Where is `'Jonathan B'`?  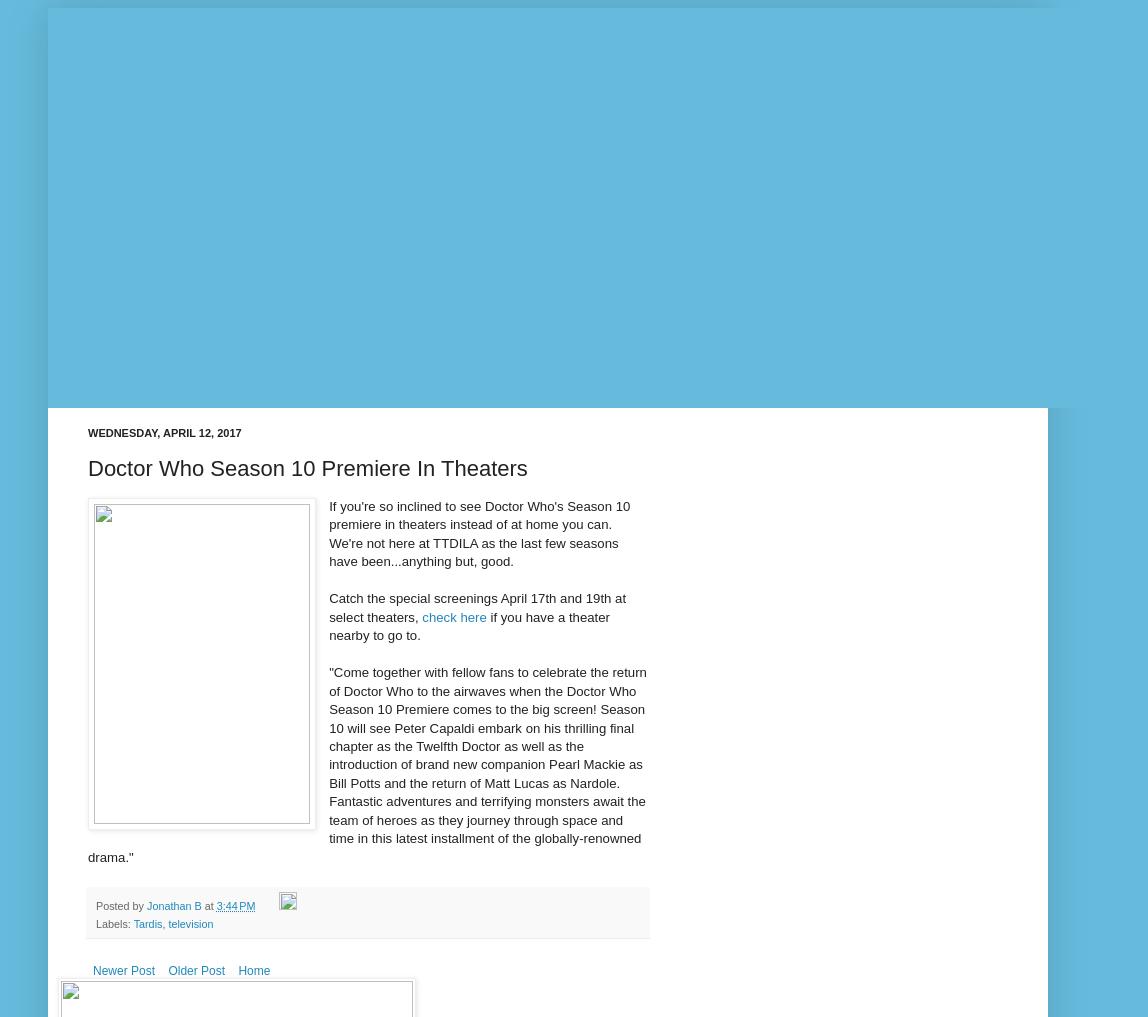 'Jonathan B' is located at coordinates (174, 905).